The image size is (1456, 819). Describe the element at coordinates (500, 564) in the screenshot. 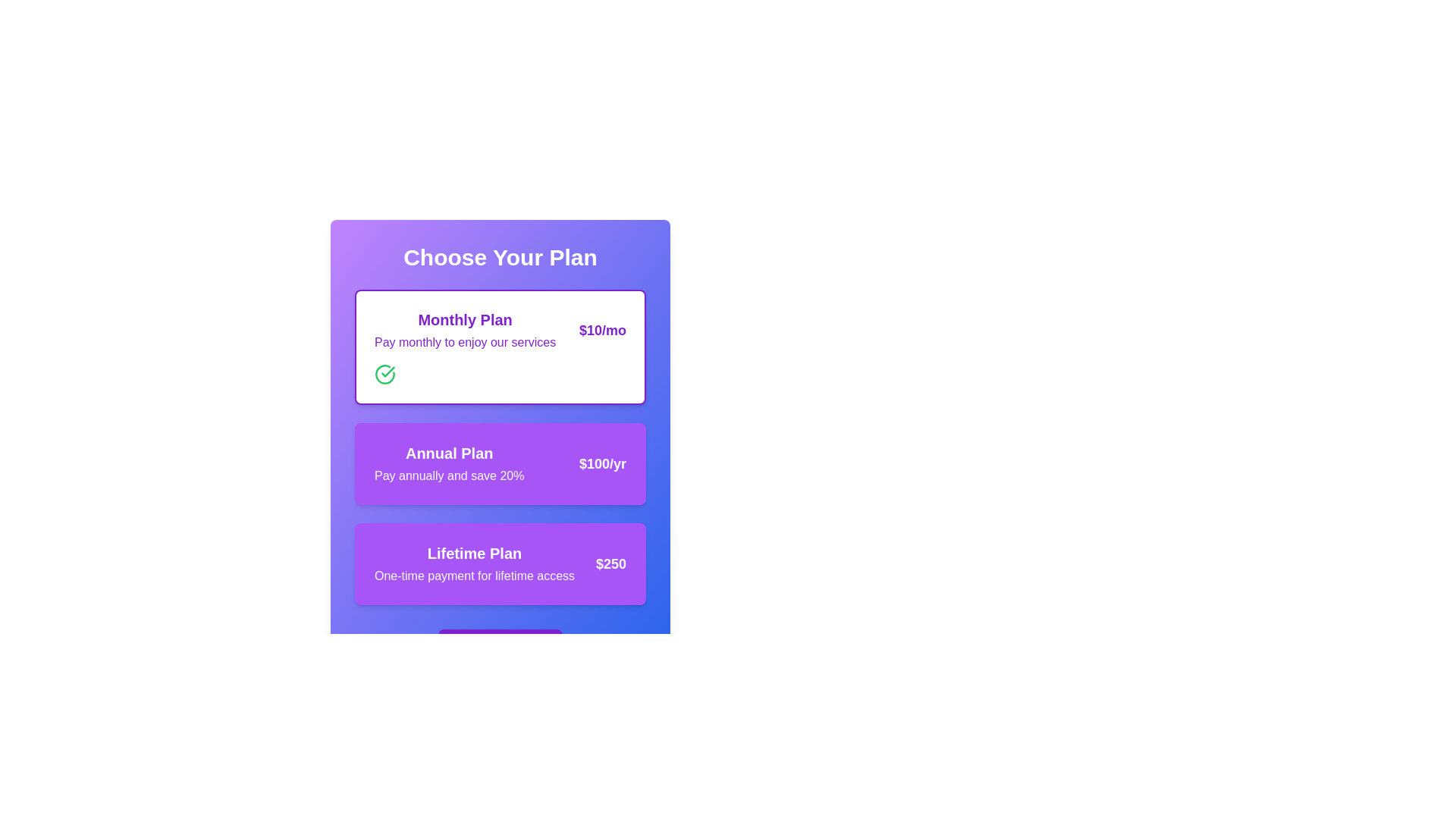

I see `the 'Lifetime Plan' card, which is the third card in a vertical stack of payment plans` at that location.